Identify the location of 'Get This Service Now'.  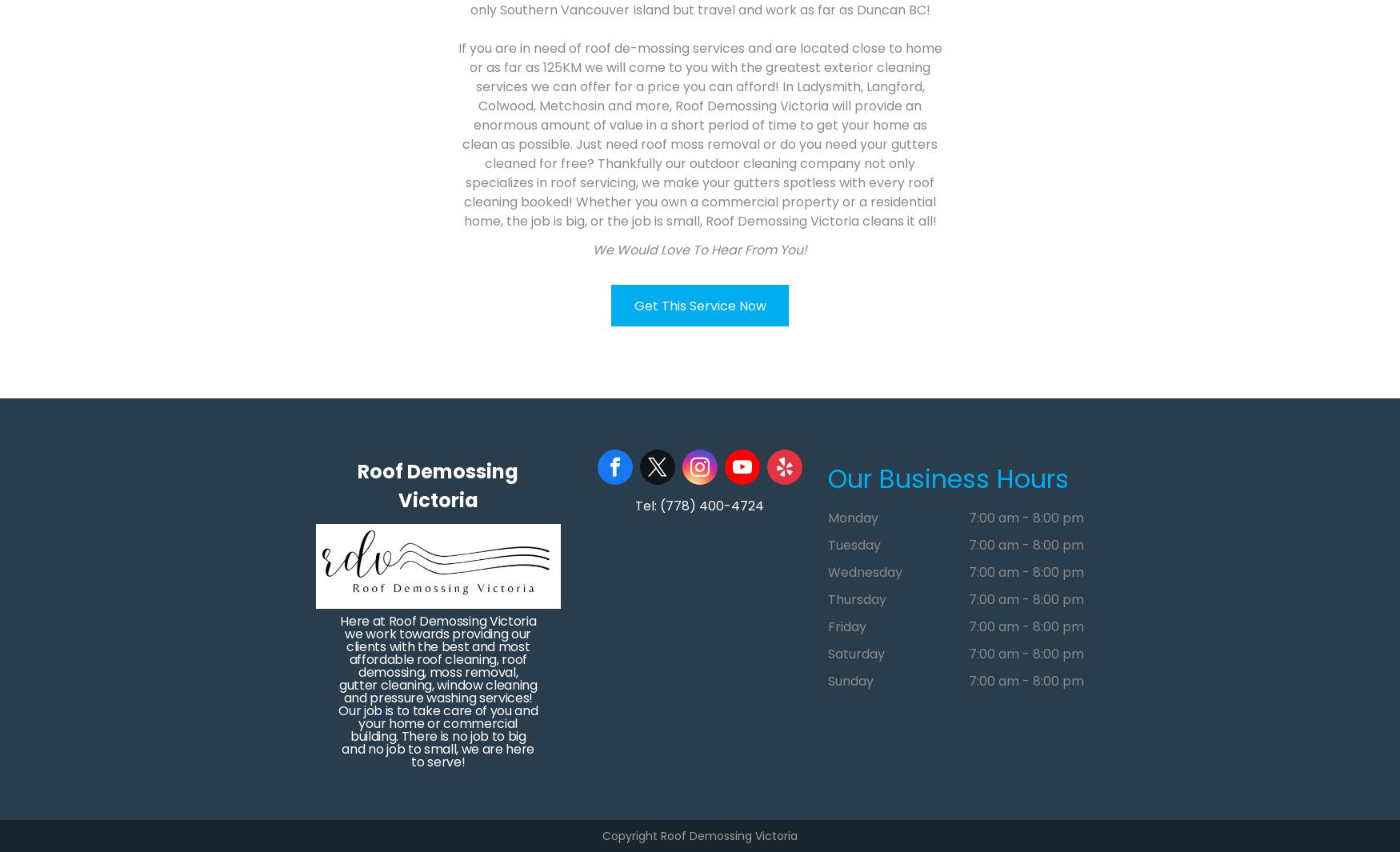
(699, 304).